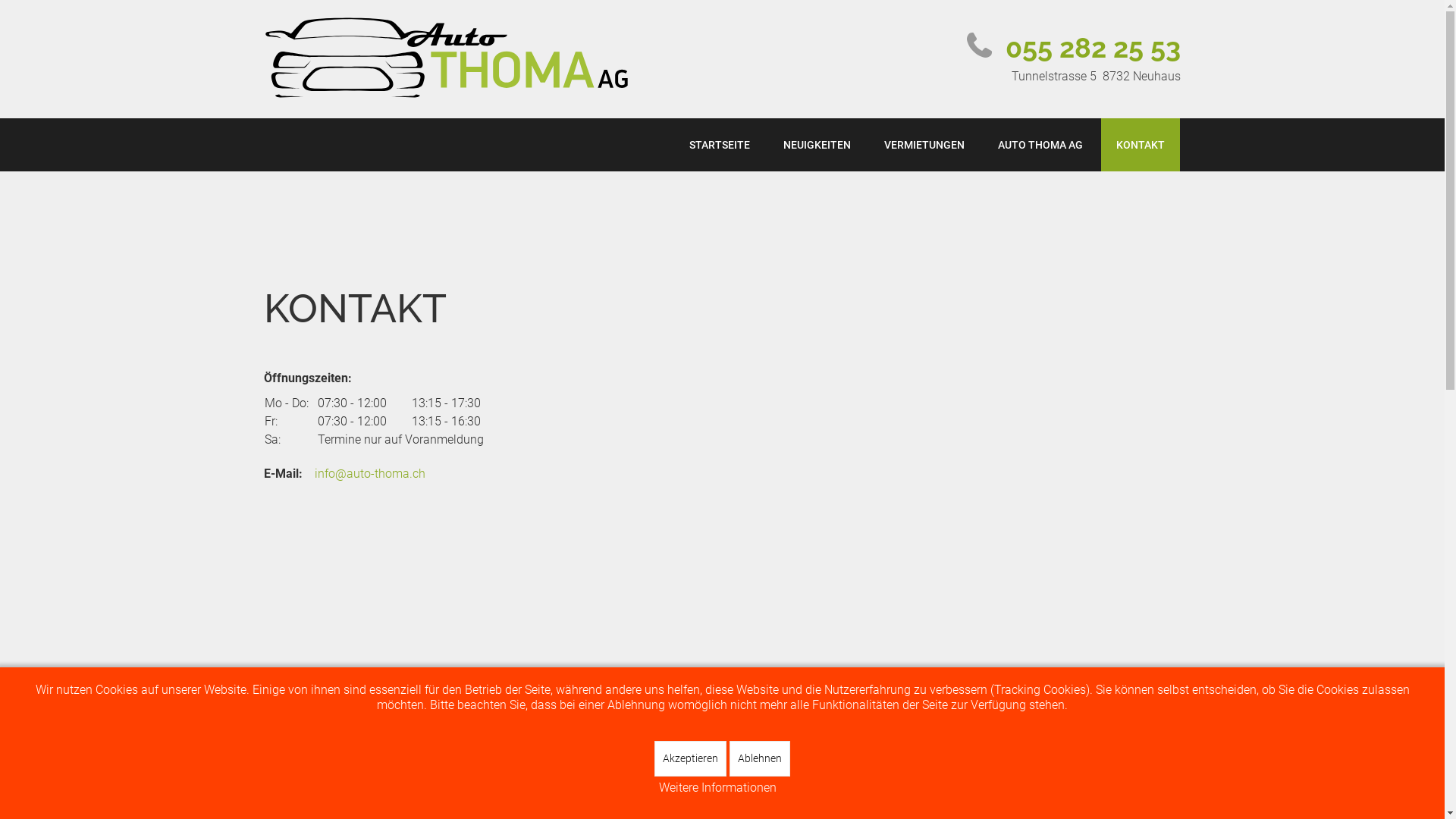  Describe the element at coordinates (717, 786) in the screenshot. I see `'Weitere Informationen'` at that location.